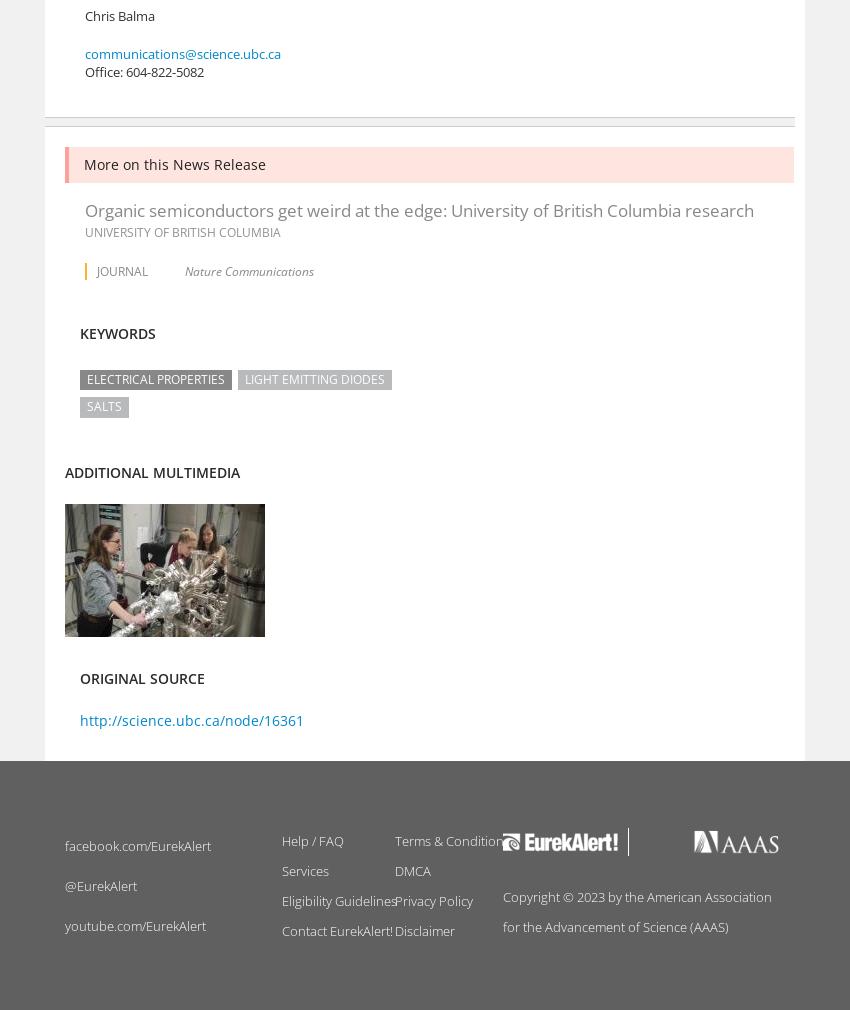  What do you see at coordinates (304, 871) in the screenshot?
I see `'Services'` at bounding box center [304, 871].